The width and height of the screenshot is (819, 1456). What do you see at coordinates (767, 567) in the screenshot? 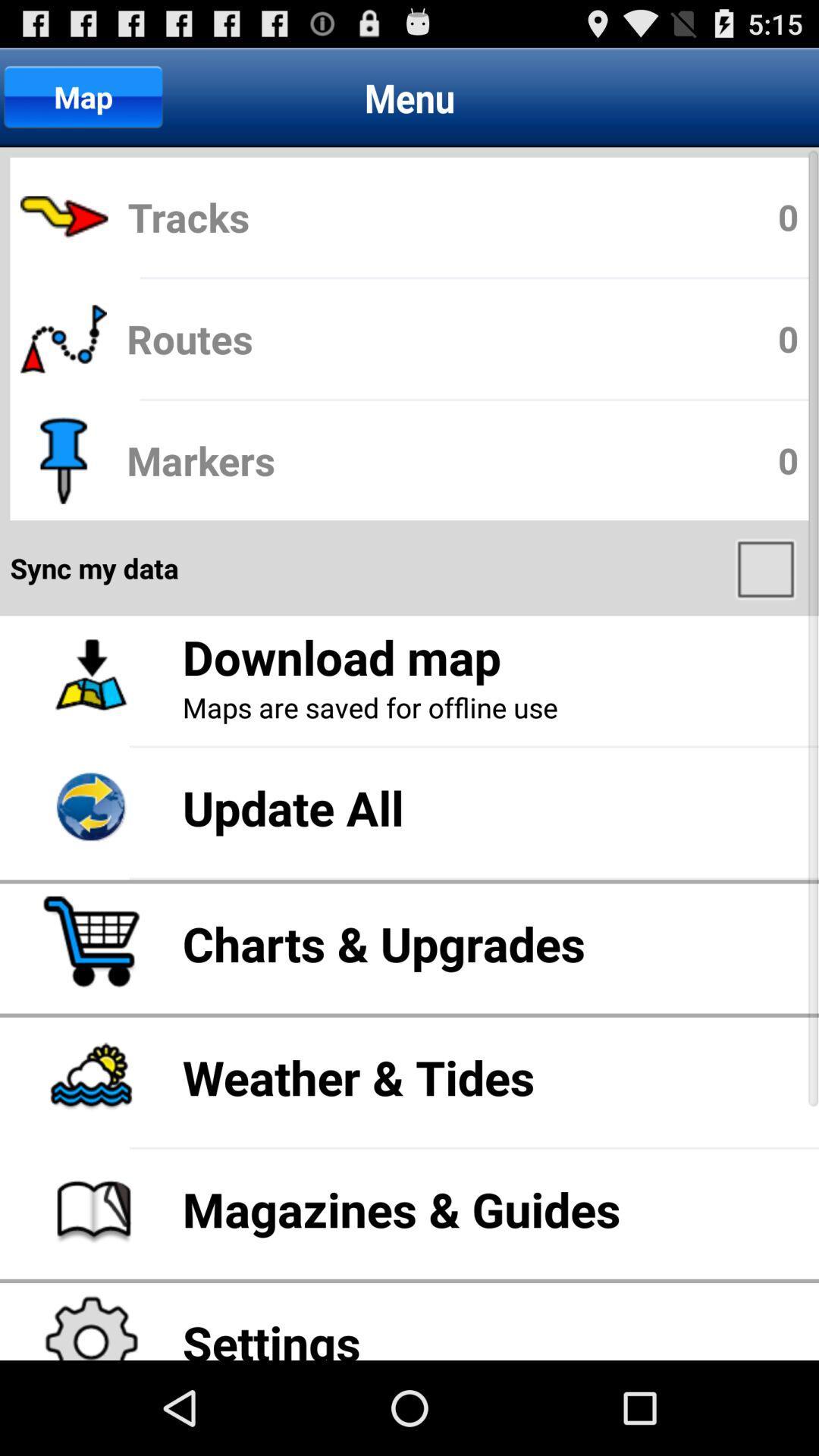
I see `sync data` at bounding box center [767, 567].